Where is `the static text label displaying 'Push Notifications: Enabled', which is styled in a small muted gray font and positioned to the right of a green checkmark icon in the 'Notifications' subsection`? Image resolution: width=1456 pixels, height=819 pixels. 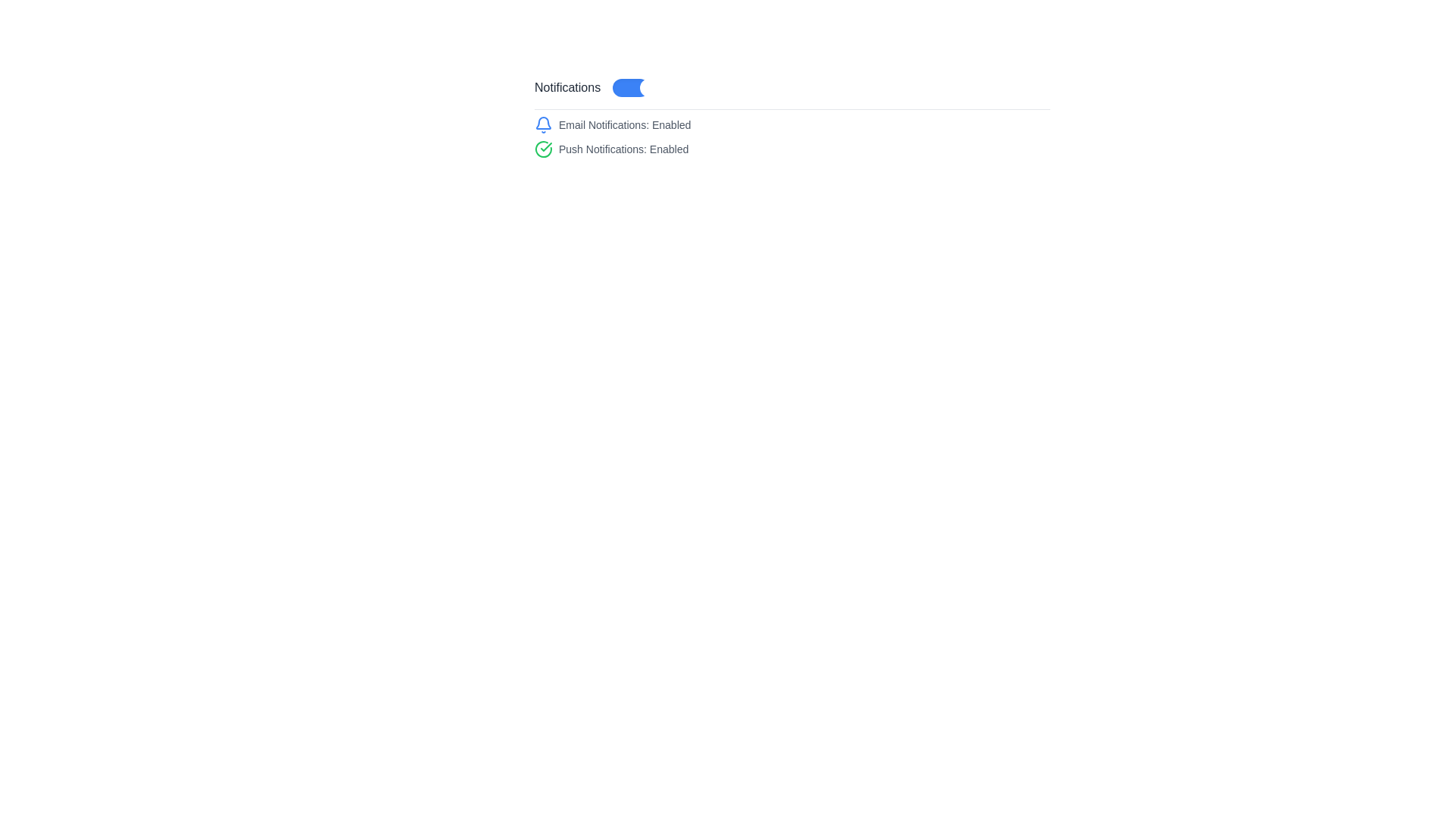
the static text label displaying 'Push Notifications: Enabled', which is styled in a small muted gray font and positioned to the right of a green checkmark icon in the 'Notifications' subsection is located at coordinates (623, 149).